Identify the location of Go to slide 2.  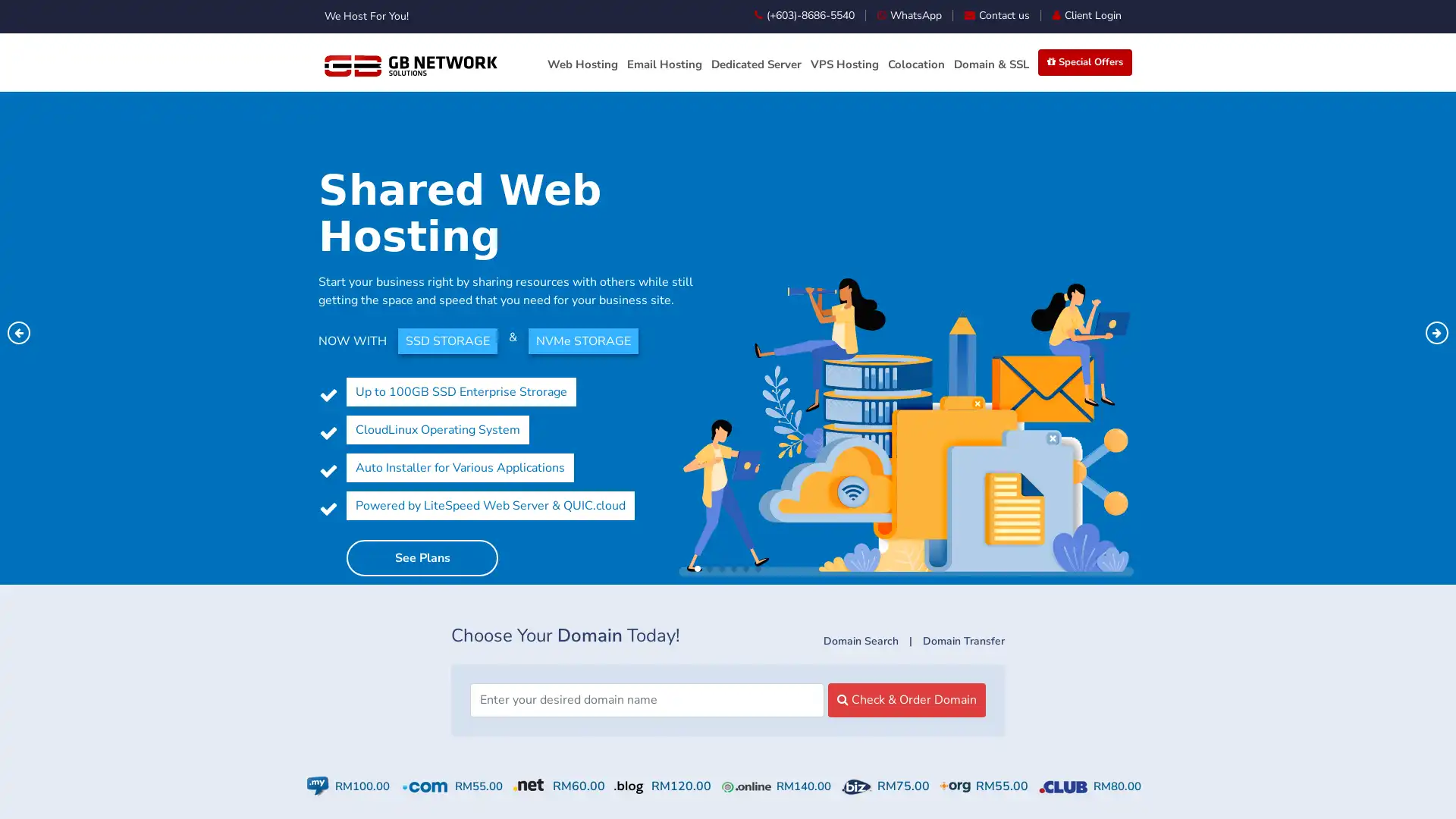
(709, 568).